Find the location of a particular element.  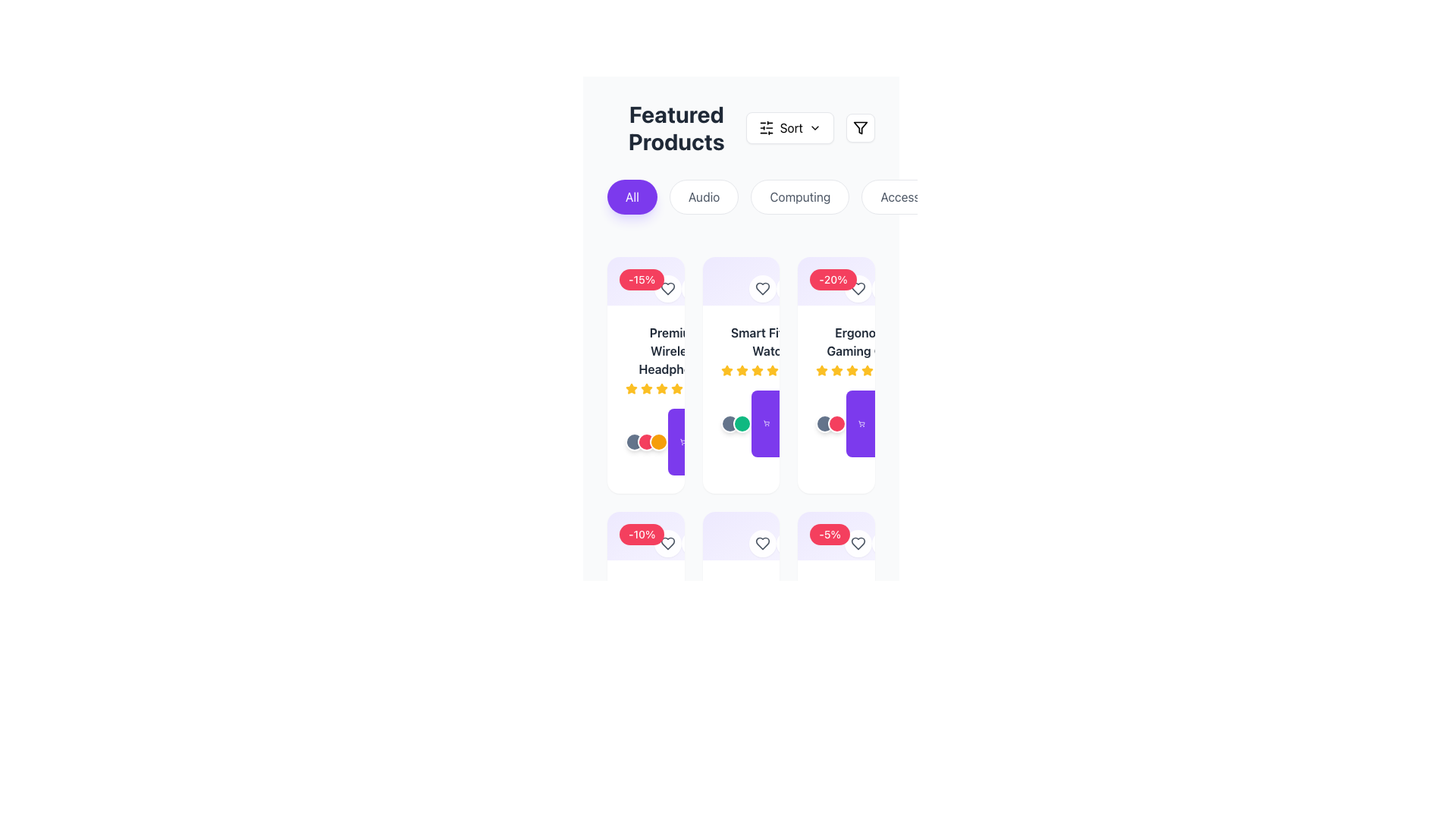

the Filter icon located in the top-right corner of the interface is located at coordinates (860, 127).